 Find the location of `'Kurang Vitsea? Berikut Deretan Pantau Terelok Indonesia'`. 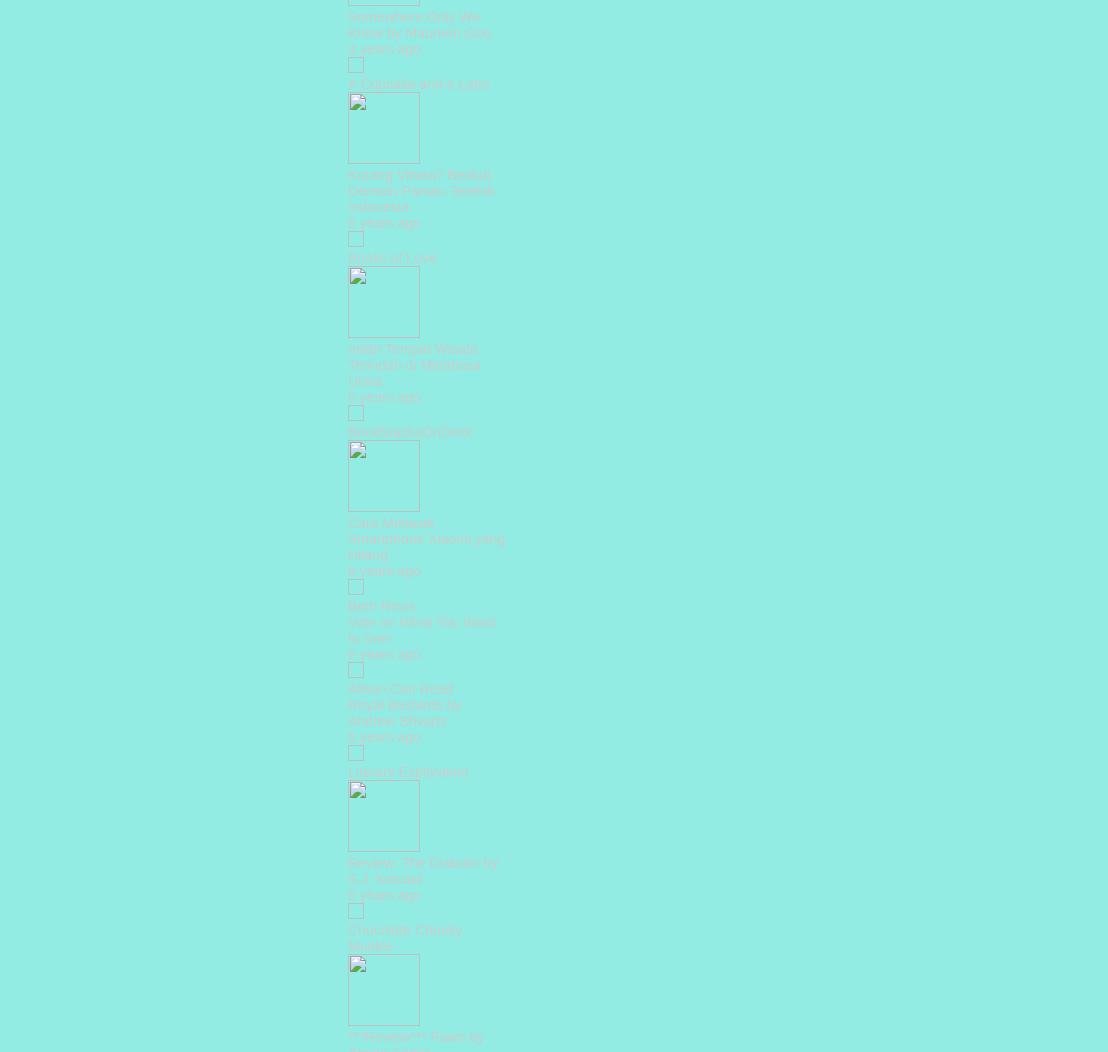

'Kurang Vitsea? Berikut Deretan Pantau Terelok Indonesia' is located at coordinates (420, 189).